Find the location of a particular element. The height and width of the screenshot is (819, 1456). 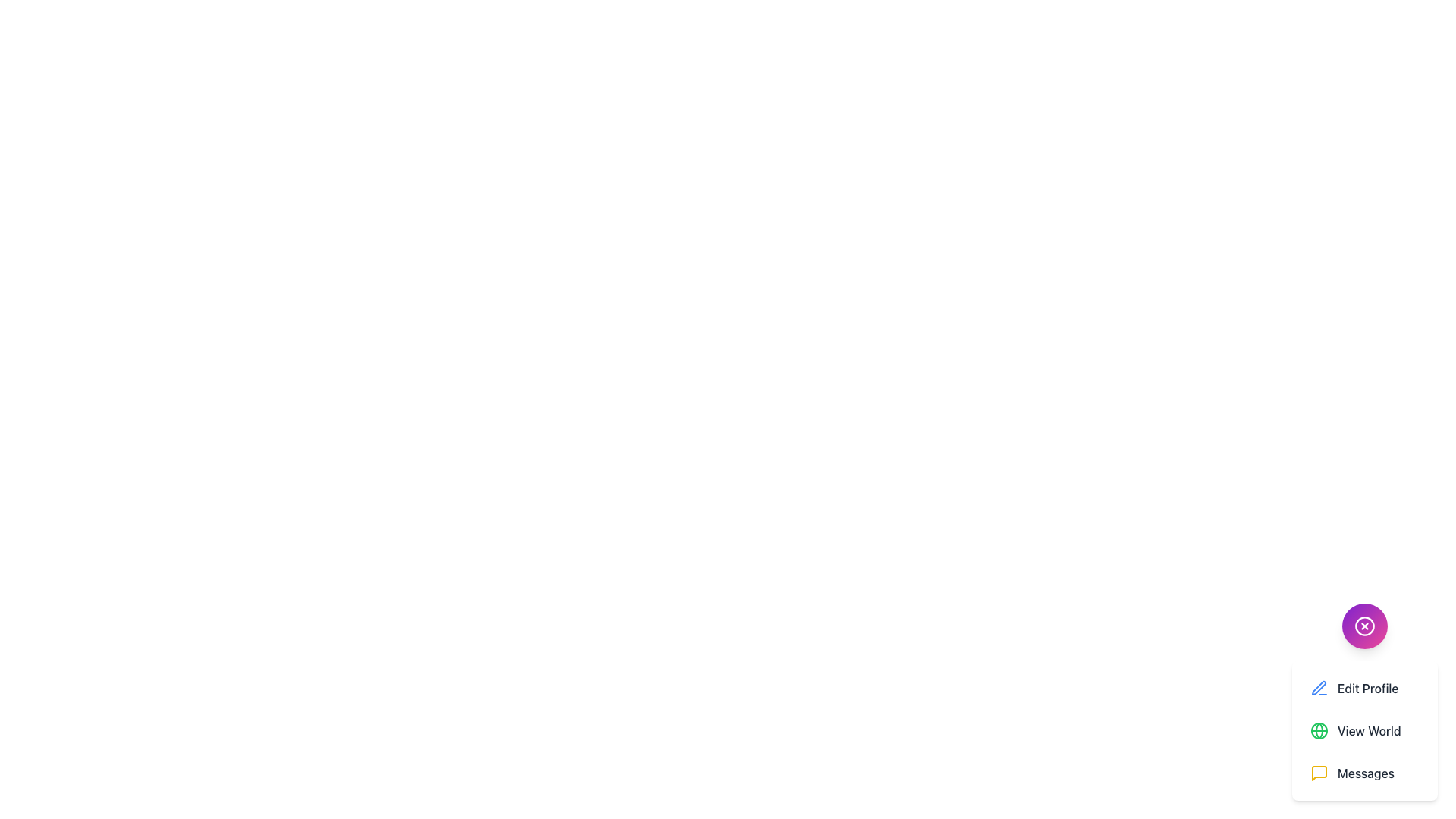

the globe icon, which is the second option is located at coordinates (1318, 730).